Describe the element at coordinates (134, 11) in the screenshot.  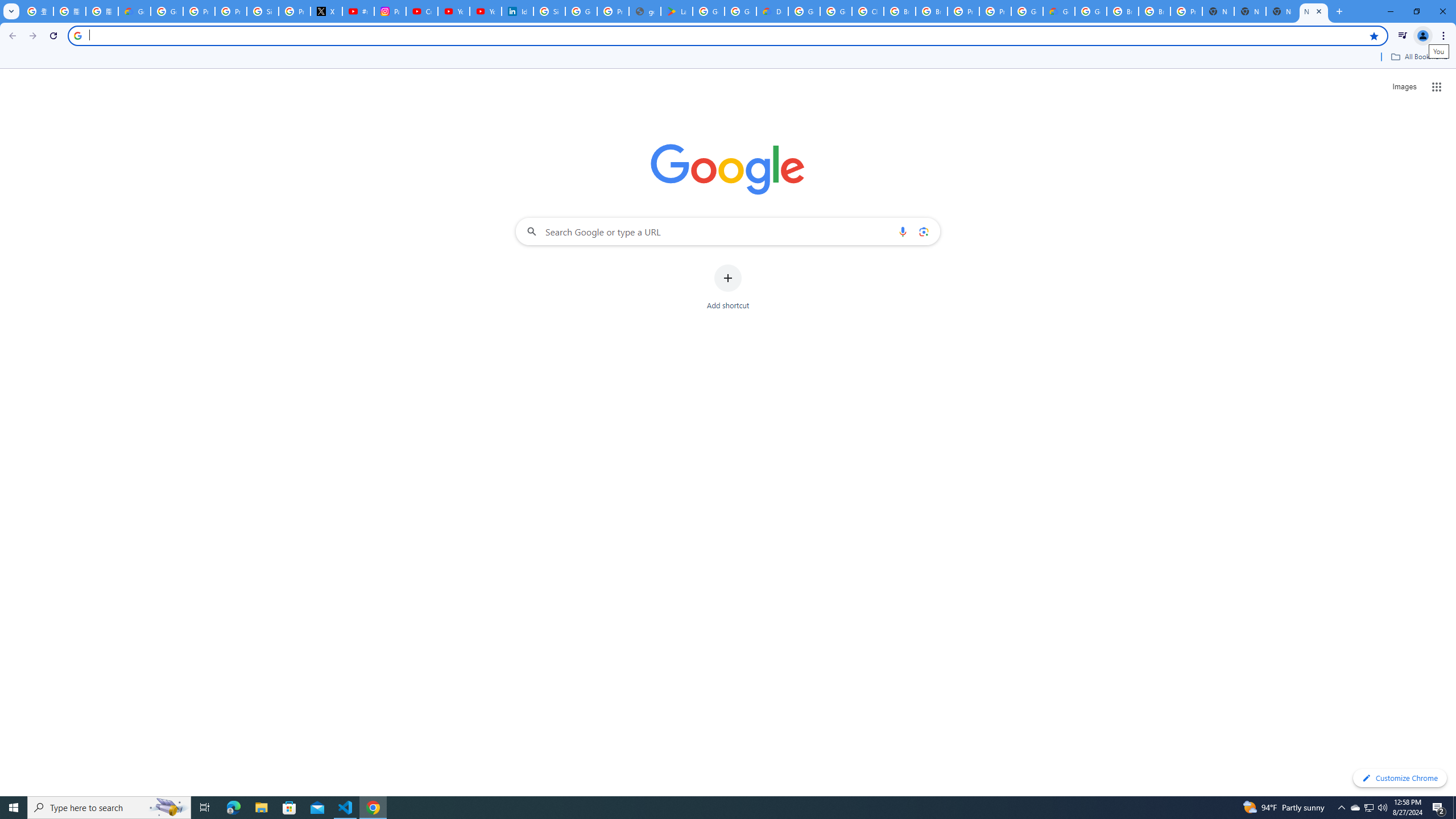
I see `'Google Cloud Privacy Notice'` at that location.